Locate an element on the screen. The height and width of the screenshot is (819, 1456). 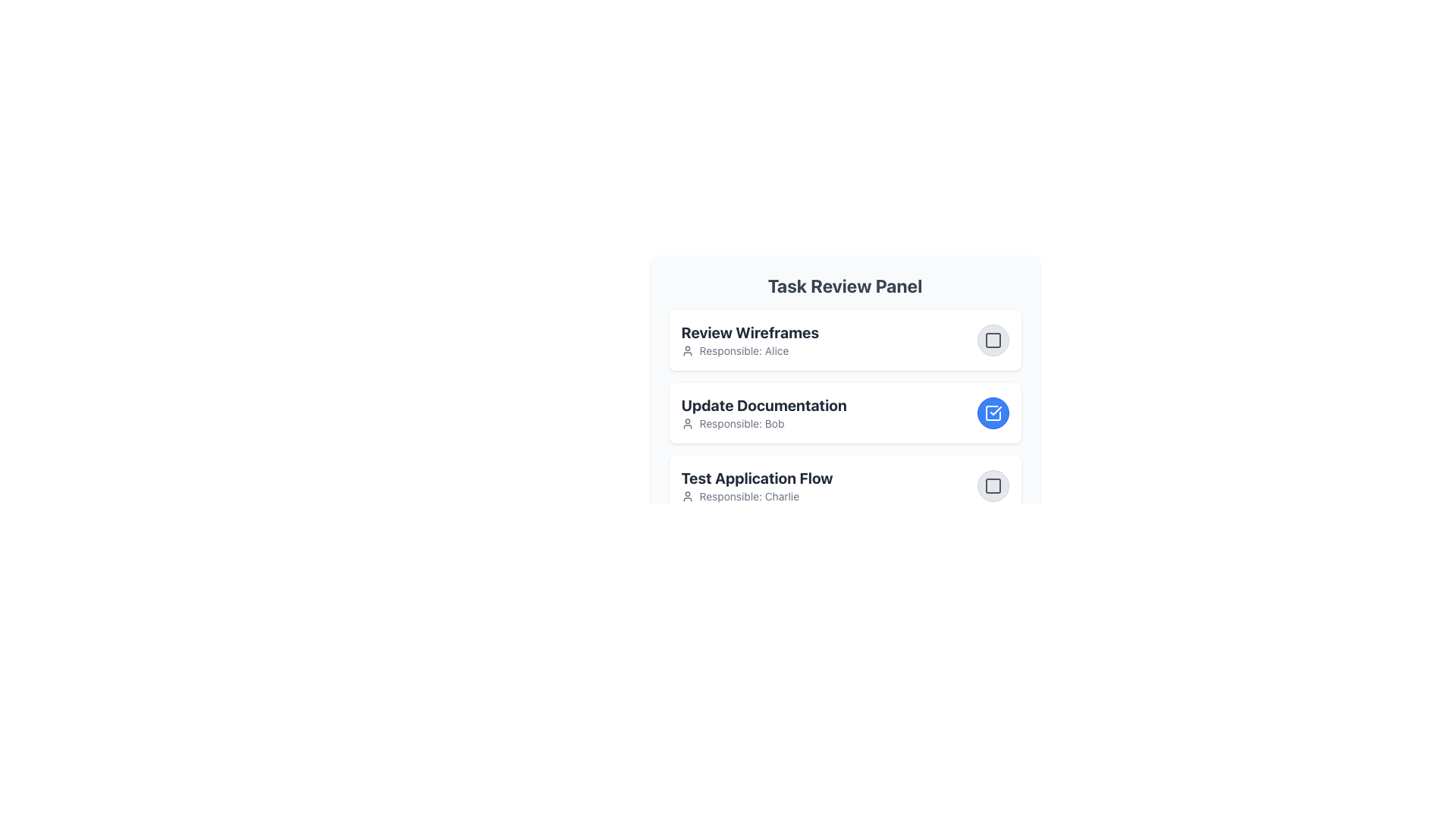
text content of the descriptor label for the task labeled 'Test Application Flow', located in the third section of a vertically stacked list, above the subtext 'Responsible: Charlie' is located at coordinates (757, 479).